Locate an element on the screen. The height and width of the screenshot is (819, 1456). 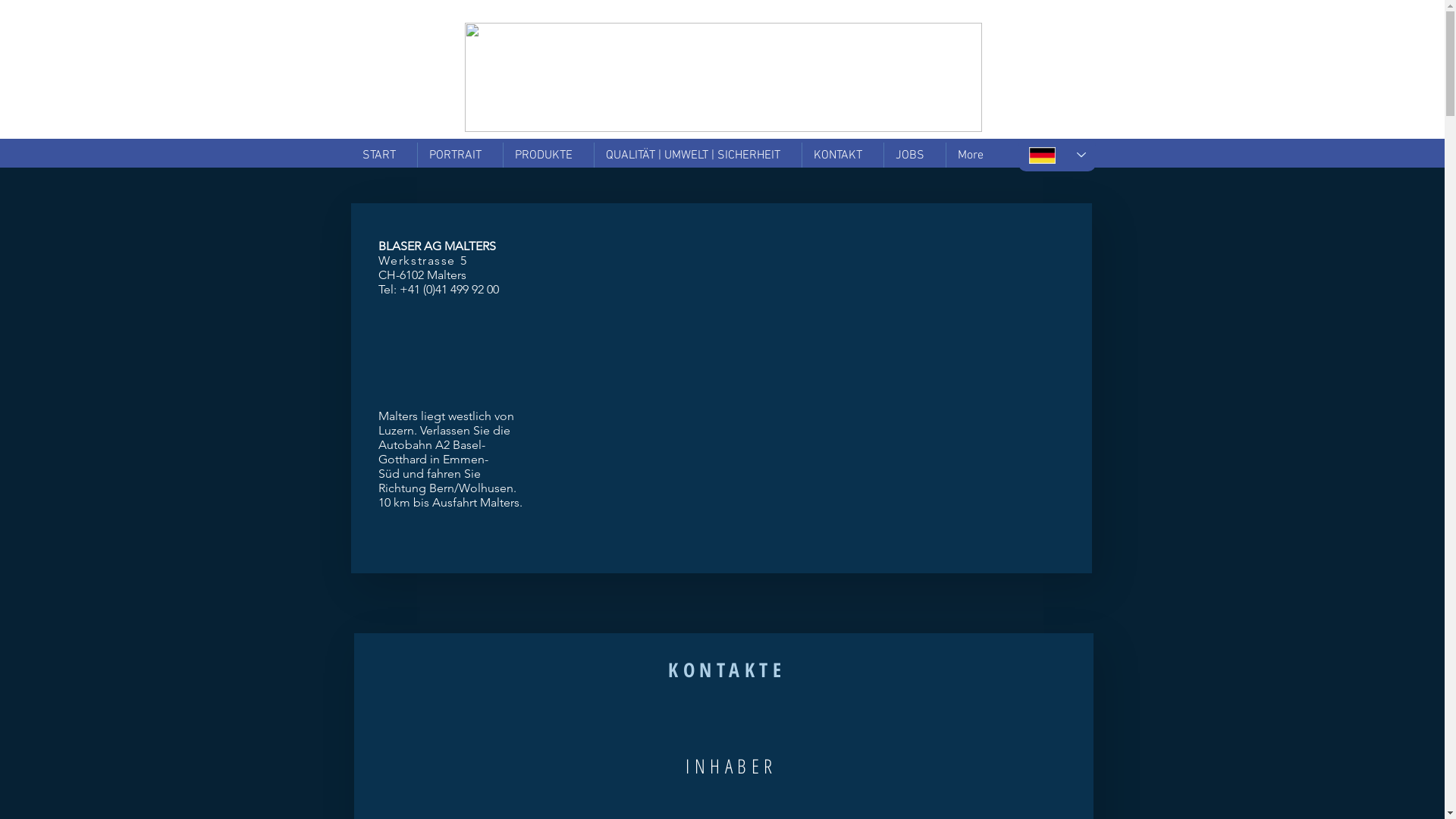
'PORTRAIT' is located at coordinates (458, 155).